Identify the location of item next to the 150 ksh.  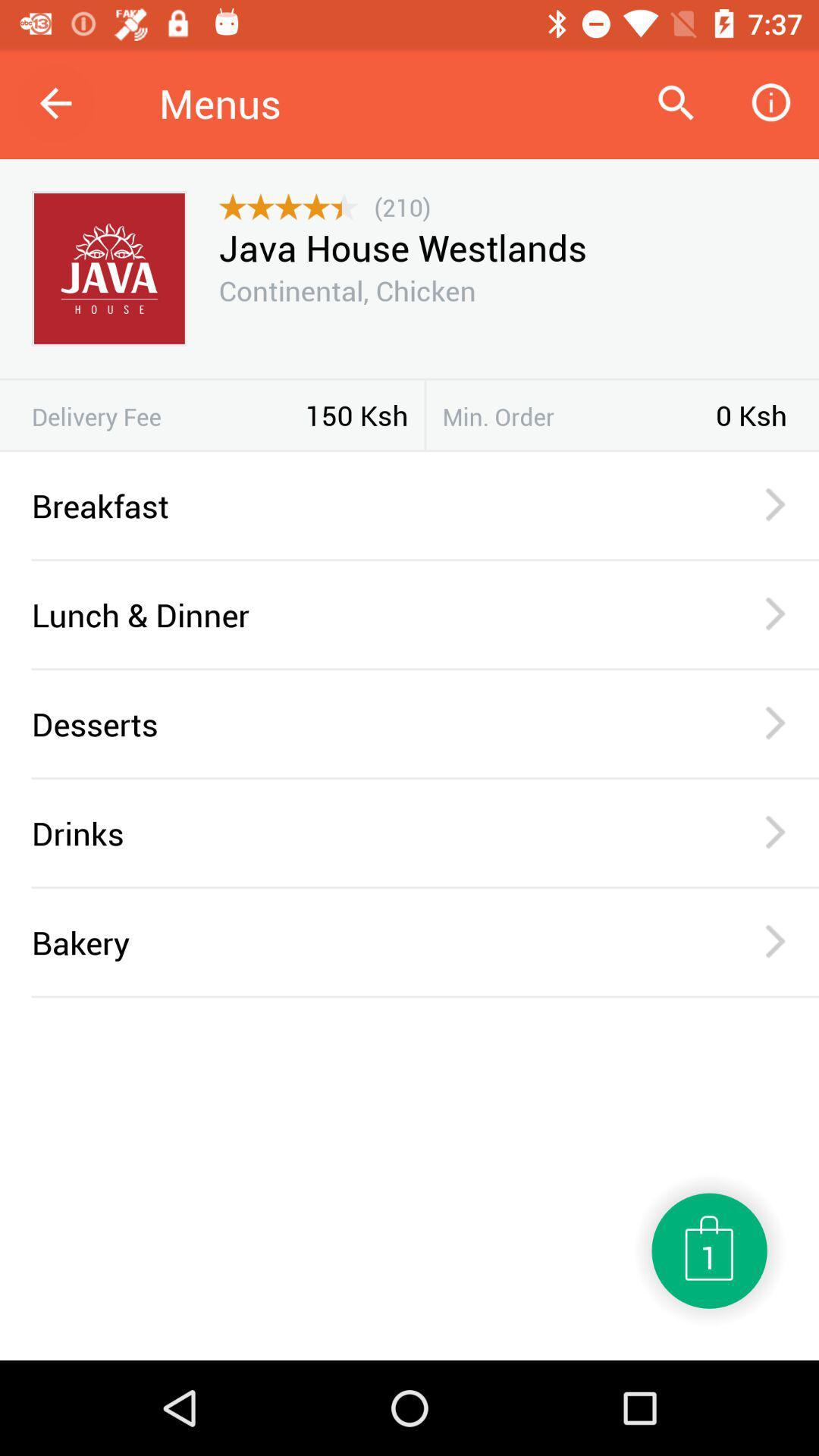
(168, 416).